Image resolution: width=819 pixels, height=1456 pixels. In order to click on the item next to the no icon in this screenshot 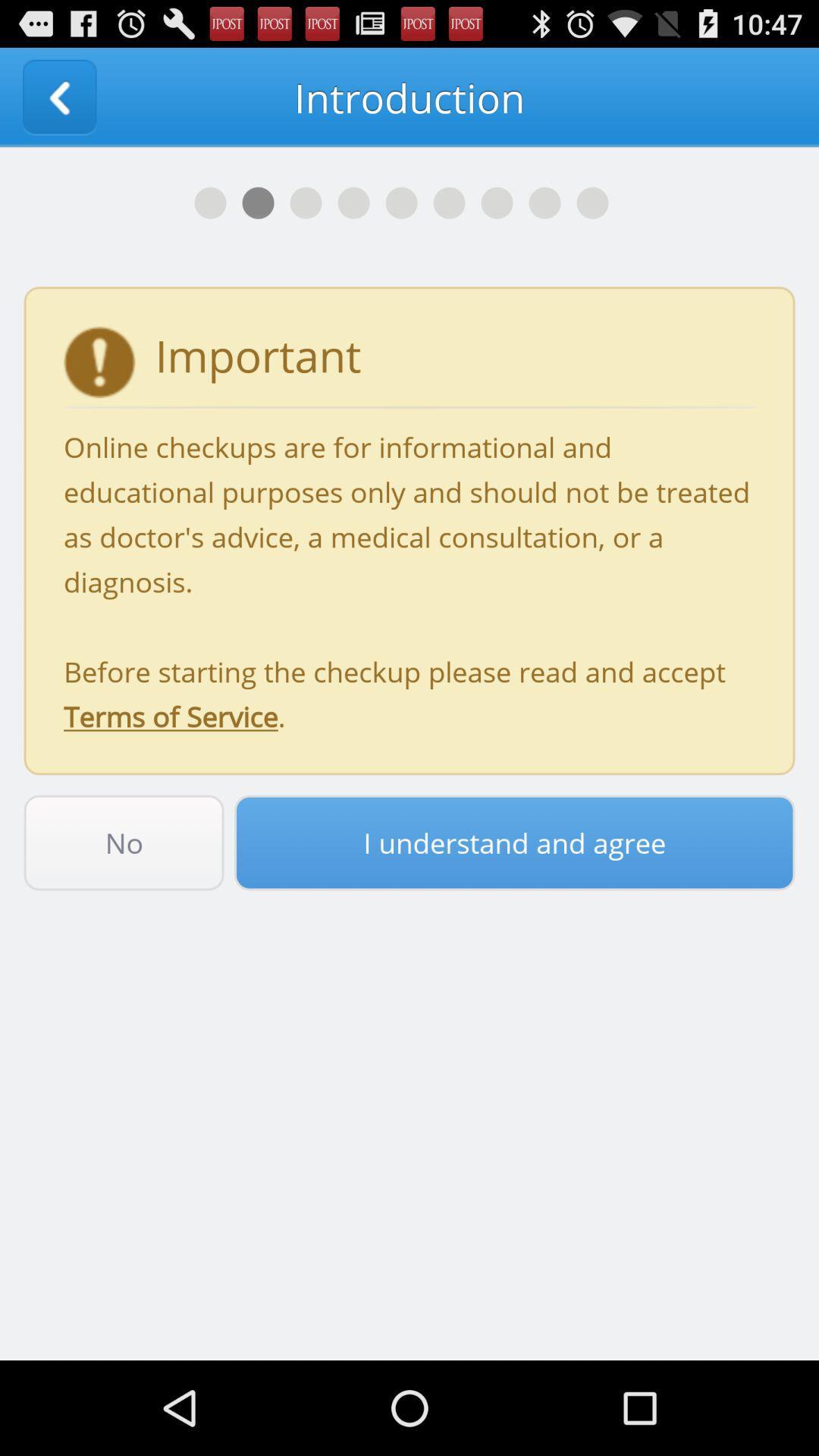, I will do `click(513, 842)`.